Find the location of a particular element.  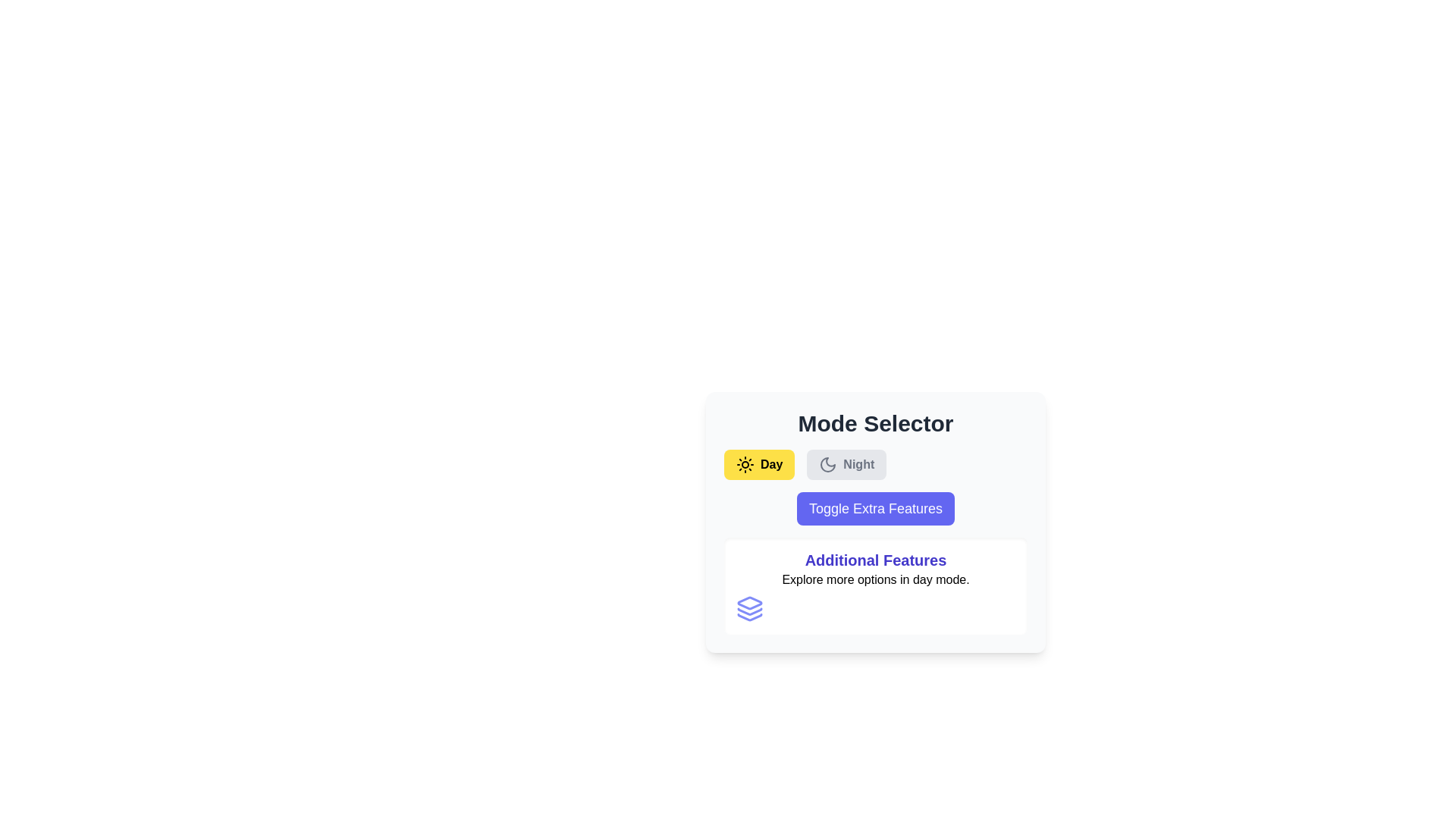

the button located within the 'Mode Selector' card, which activates additional features is located at coordinates (876, 509).